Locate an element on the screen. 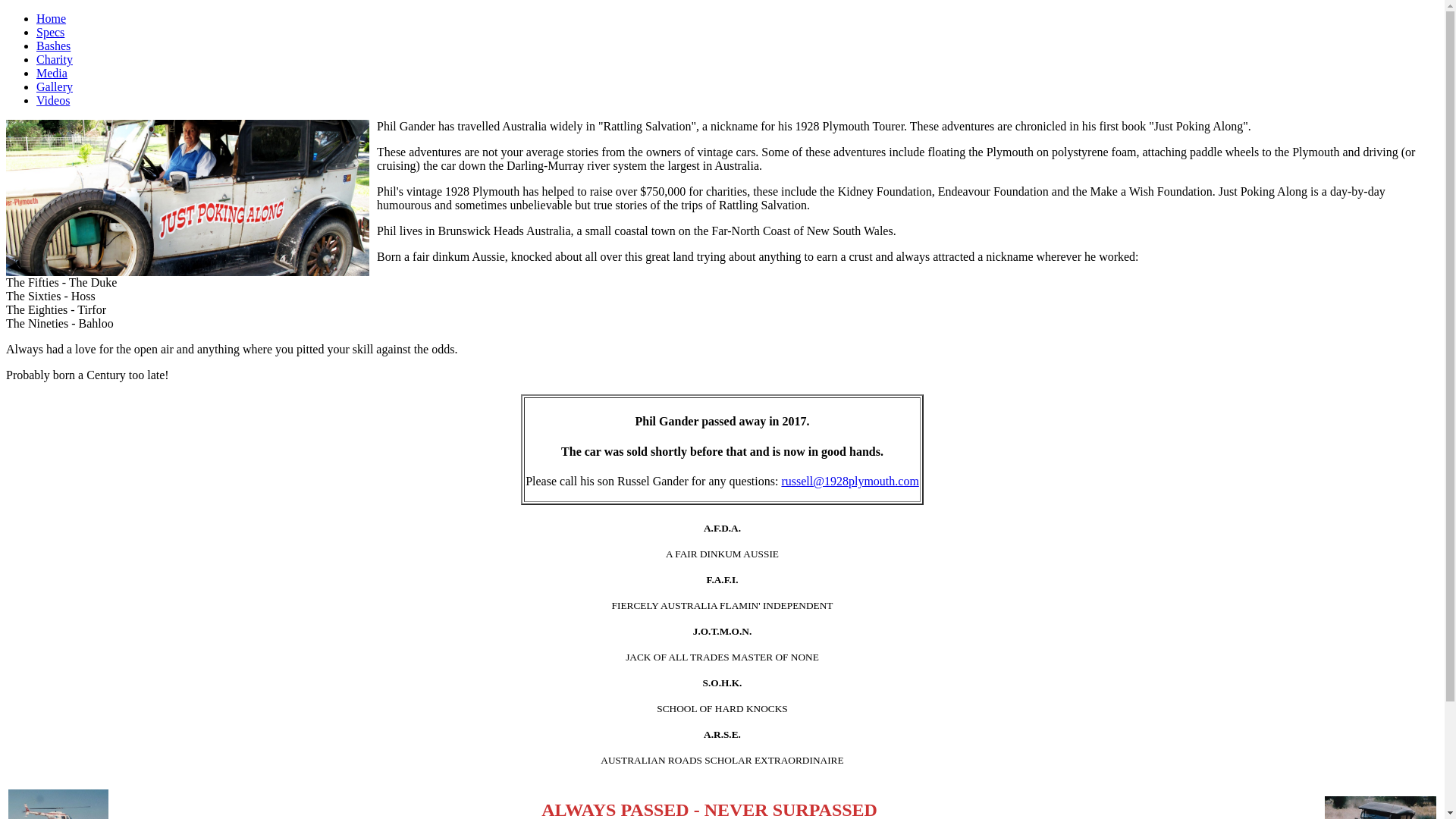  'Home' is located at coordinates (36, 18).